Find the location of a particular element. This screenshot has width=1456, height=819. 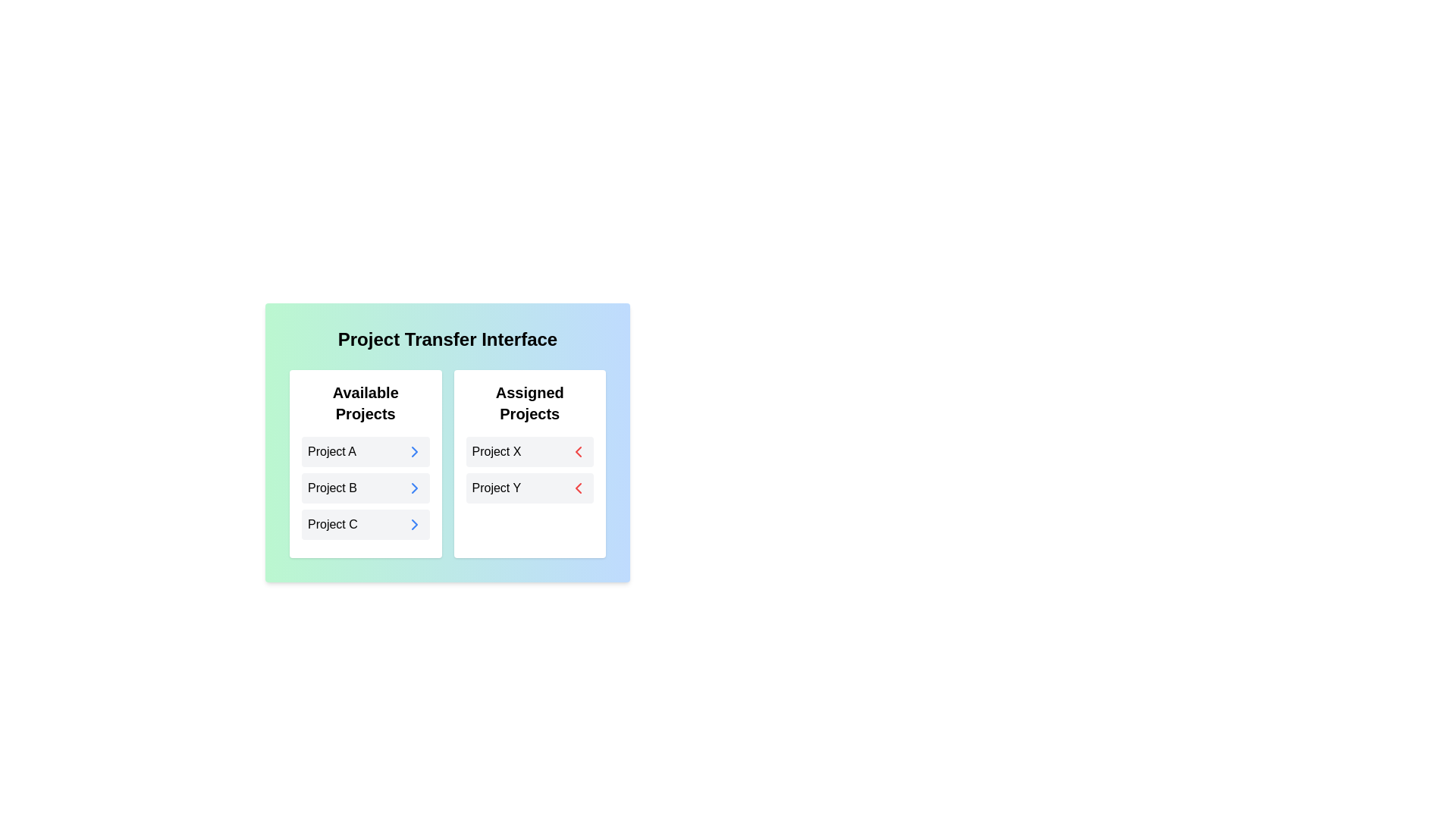

the button with a chevron icon located to the far-right side of the list item labeled 'Project A' within the 'Available Projects' section is located at coordinates (414, 451).